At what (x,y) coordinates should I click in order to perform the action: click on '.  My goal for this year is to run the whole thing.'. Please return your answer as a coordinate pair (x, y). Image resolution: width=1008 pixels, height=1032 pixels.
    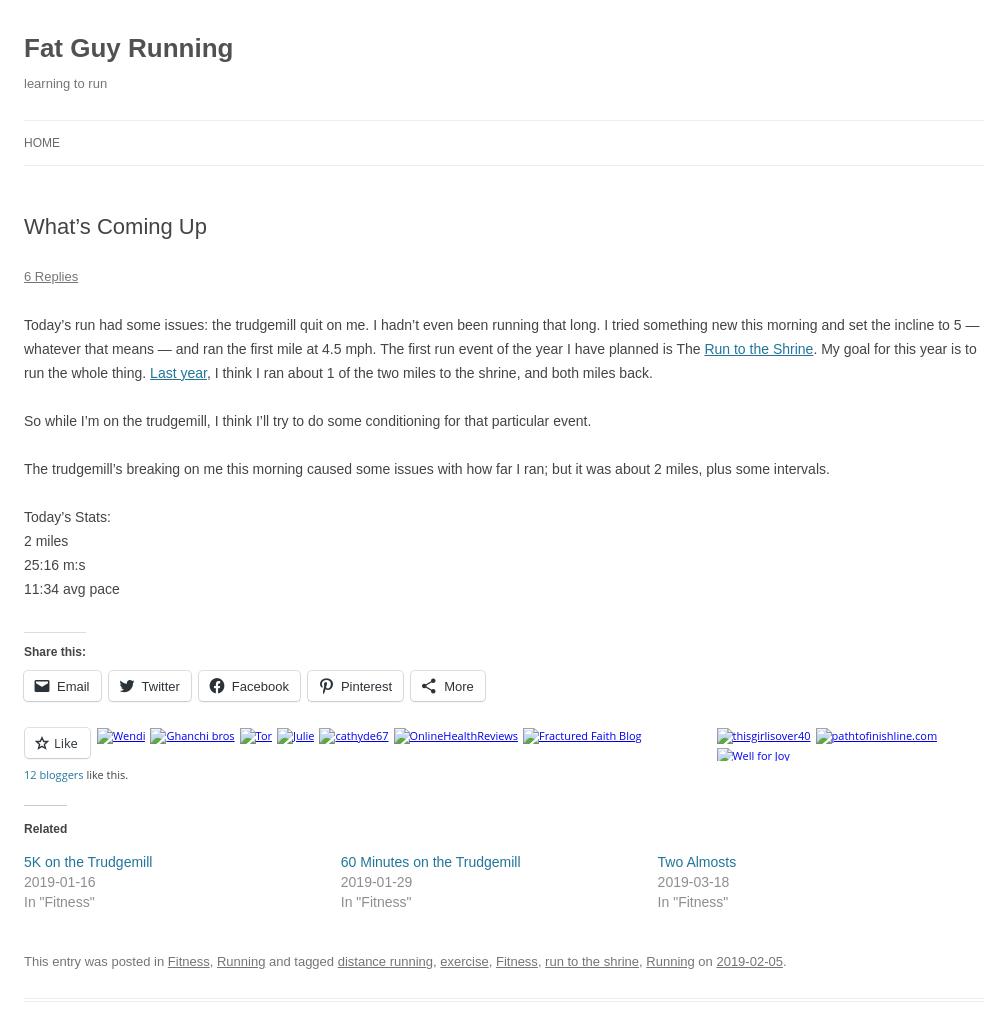
    Looking at the image, I should click on (499, 359).